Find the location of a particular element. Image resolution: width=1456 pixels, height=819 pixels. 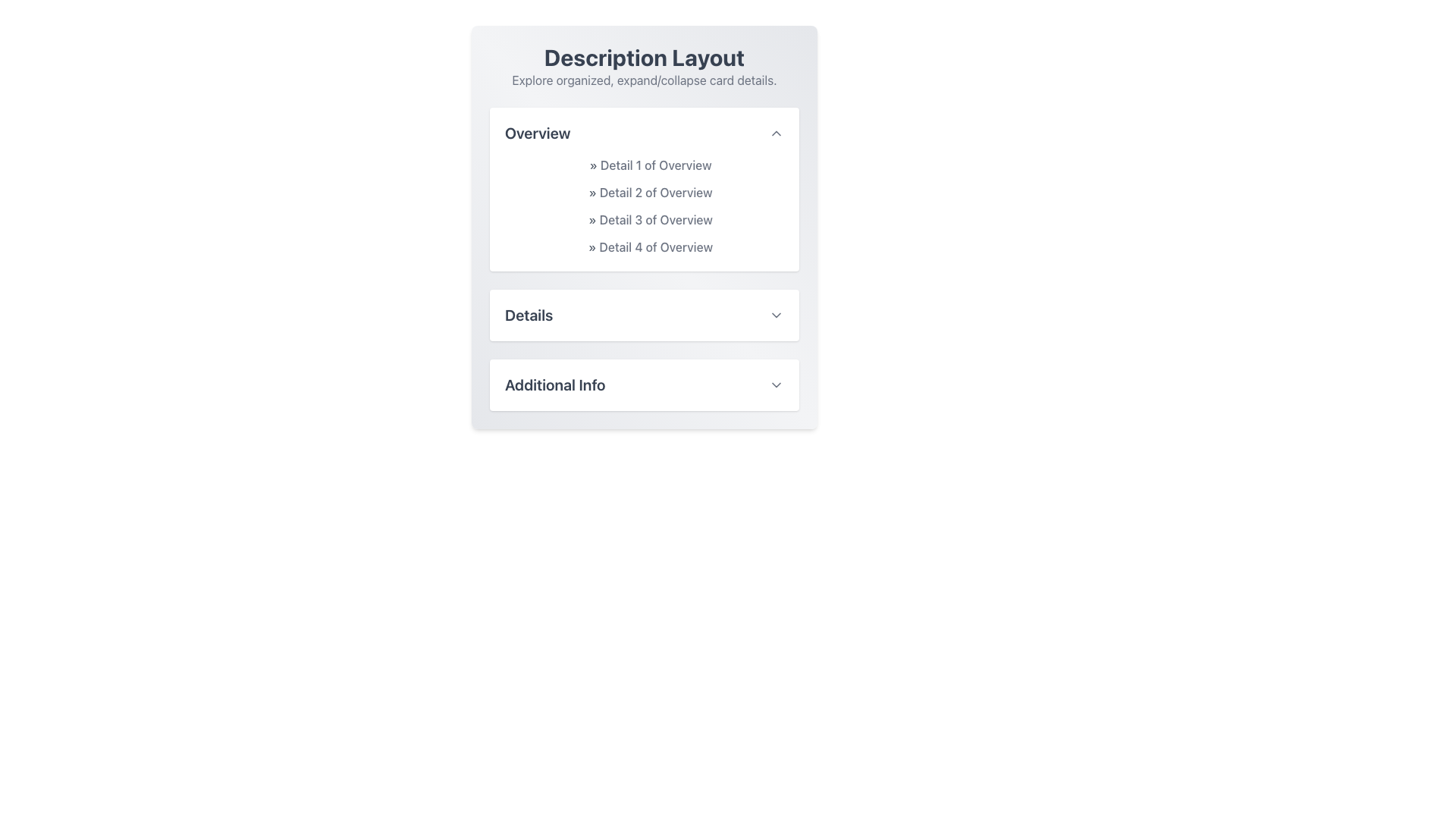

the 'Details' text label, which is a large and bold element indicating emphasis in a card-styled layout, positioned centrally between 'Overview' and 'Additional Info' is located at coordinates (529, 315).